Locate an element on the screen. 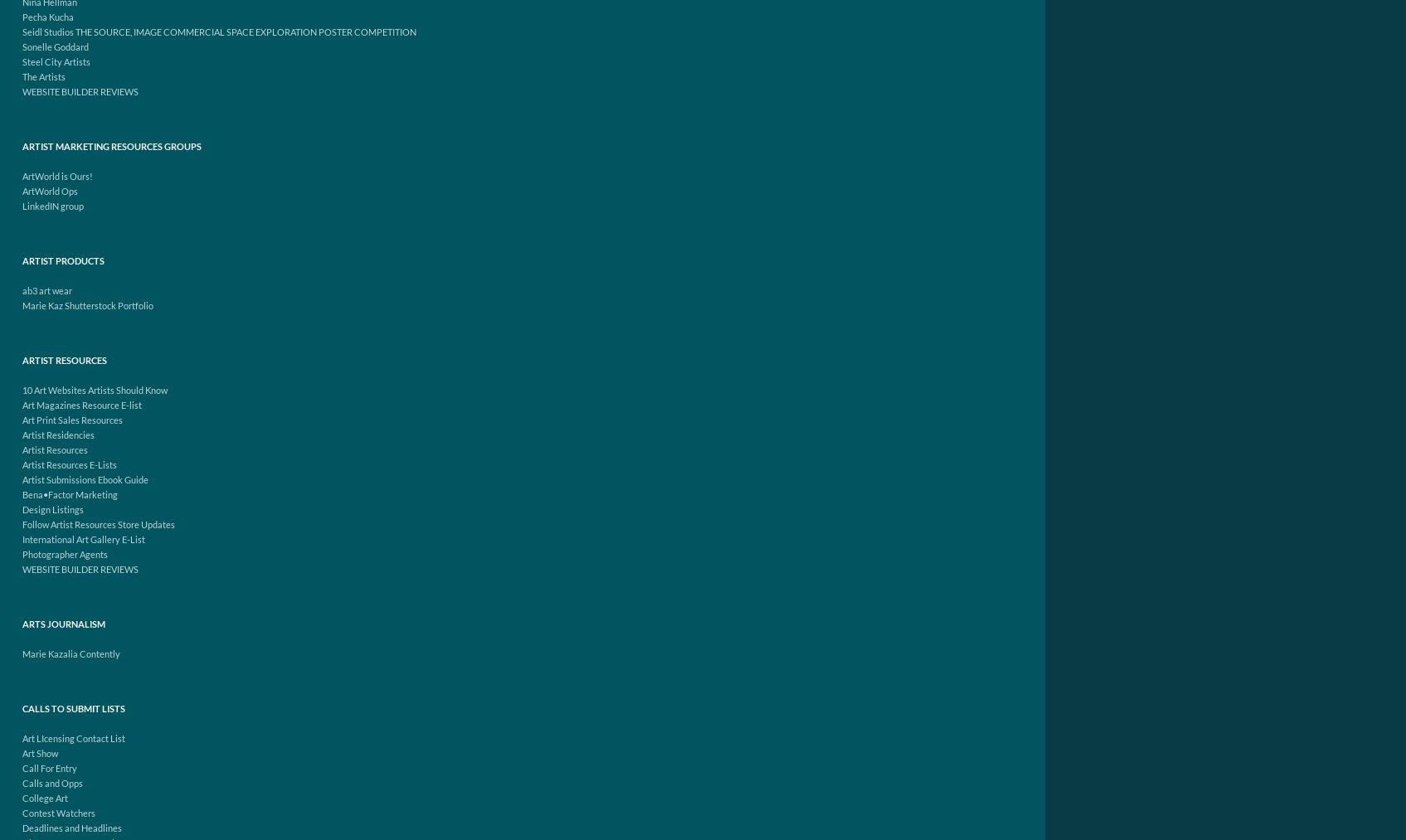 Image resolution: width=1406 pixels, height=840 pixels. 'Artist Resources E-Lists' is located at coordinates (69, 464).